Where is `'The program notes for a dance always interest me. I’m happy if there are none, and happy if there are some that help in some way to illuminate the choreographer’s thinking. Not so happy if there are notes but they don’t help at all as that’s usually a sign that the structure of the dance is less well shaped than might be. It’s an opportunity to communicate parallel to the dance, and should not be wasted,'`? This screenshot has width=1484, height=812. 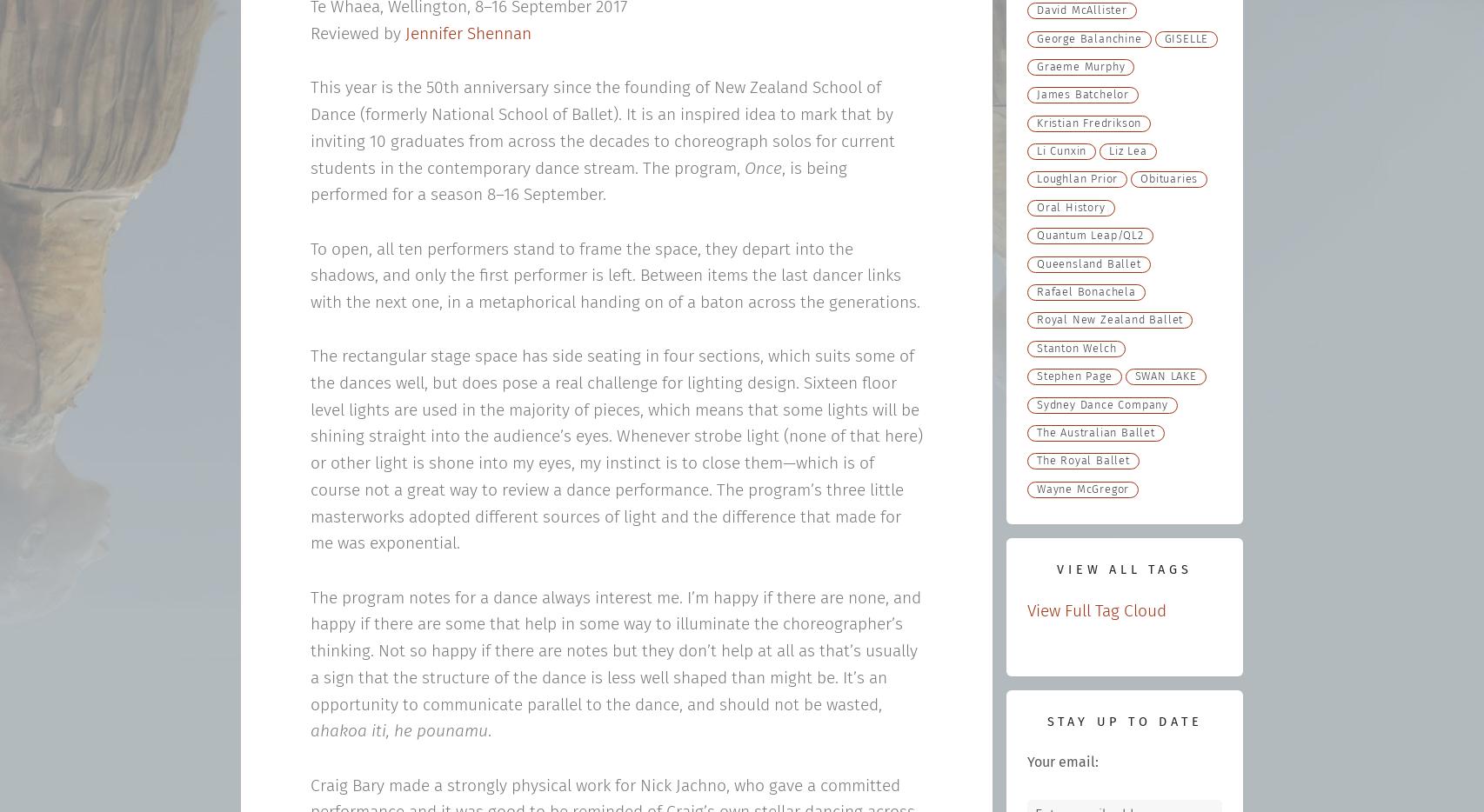 'The program notes for a dance always interest me. I’m happy if there are none, and happy if there are some that help in some way to illuminate the choreographer’s thinking. Not so happy if there are notes but they don’t help at all as that’s usually a sign that the structure of the dance is less well shaped than might be. It’s an opportunity to communicate parallel to the dance, and should not be wasted,' is located at coordinates (614, 649).